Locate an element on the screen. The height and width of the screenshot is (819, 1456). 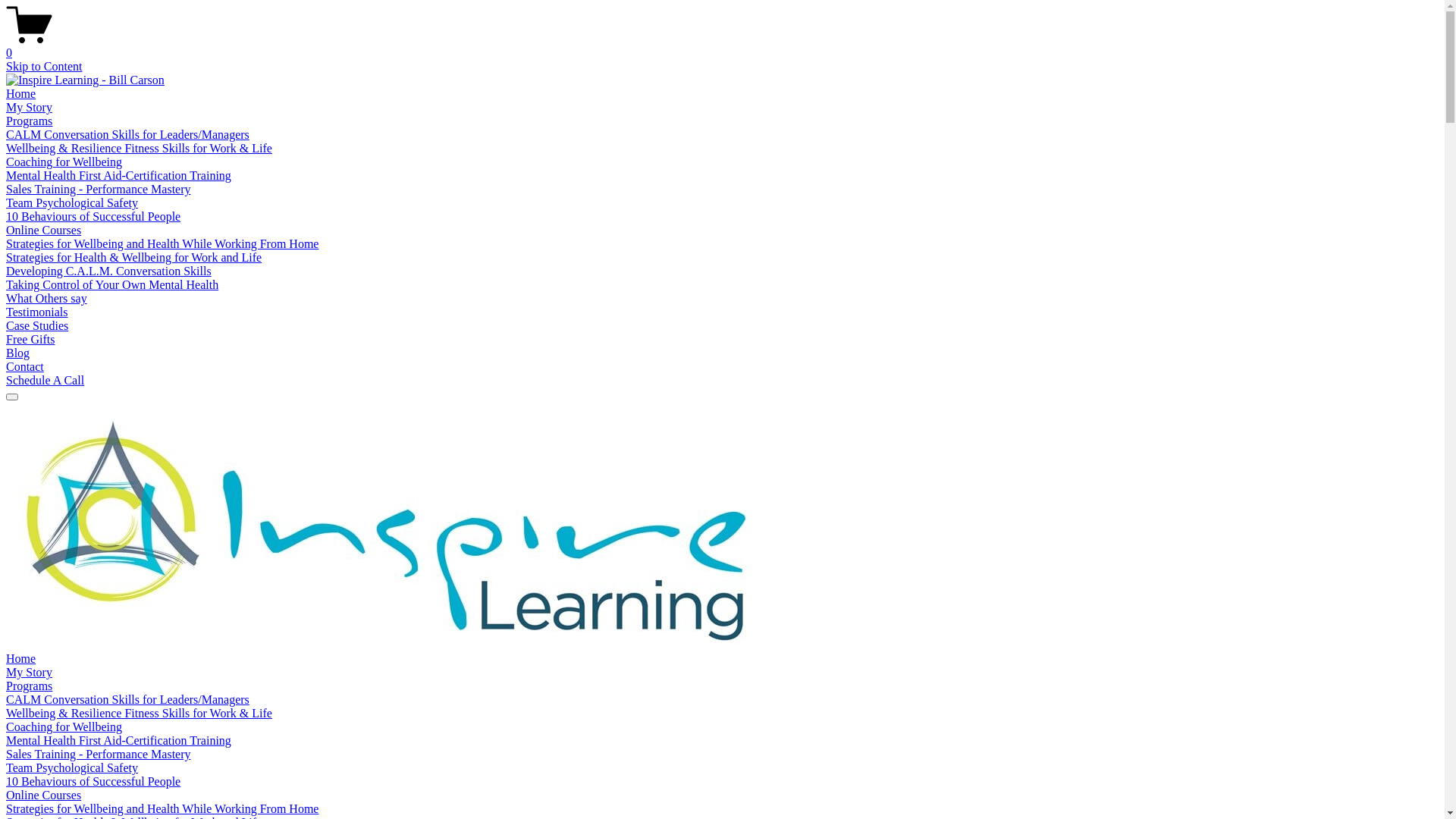
'Schedule A Call' is located at coordinates (45, 379).